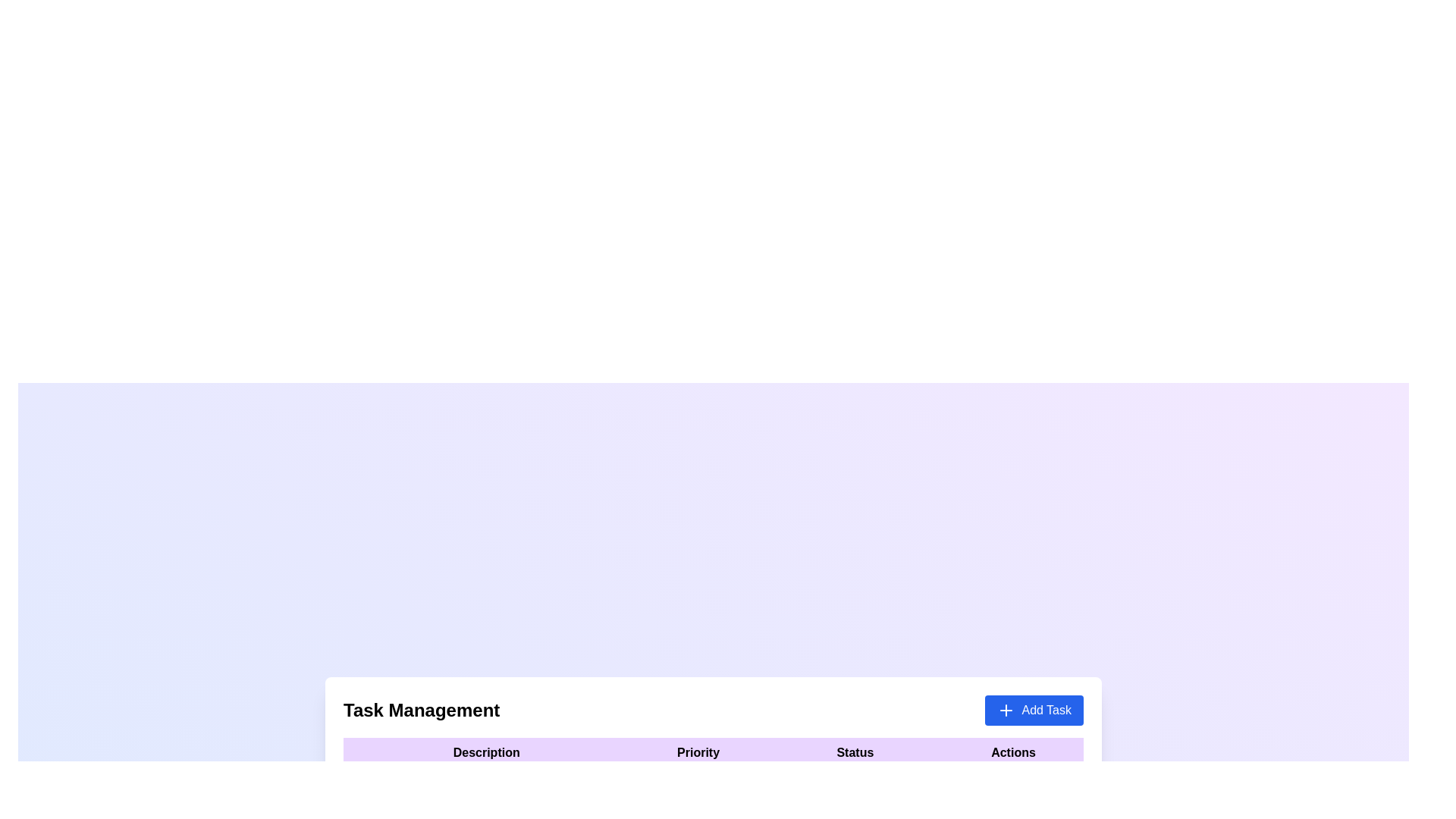 The width and height of the screenshot is (1456, 819). What do you see at coordinates (422, 711) in the screenshot?
I see `the text heading that serves as a header for the task management section` at bounding box center [422, 711].